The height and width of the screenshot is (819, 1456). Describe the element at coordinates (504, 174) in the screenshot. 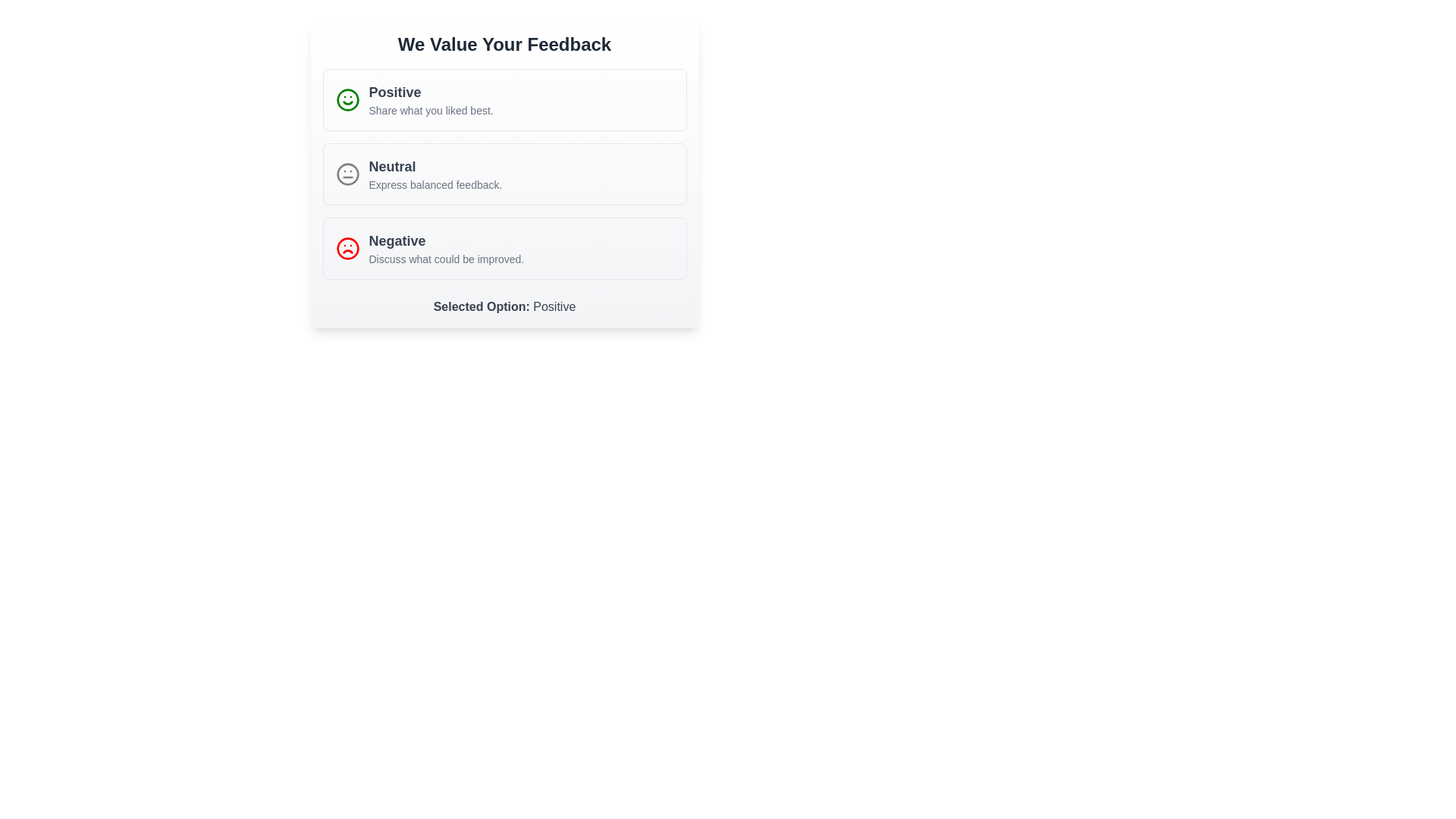

I see `the option for selecting neutral feedback sentiment, which is the second row in a vertically-aligned list of three feedback options, positioned below 'Positive' and above 'Negative'` at that location.